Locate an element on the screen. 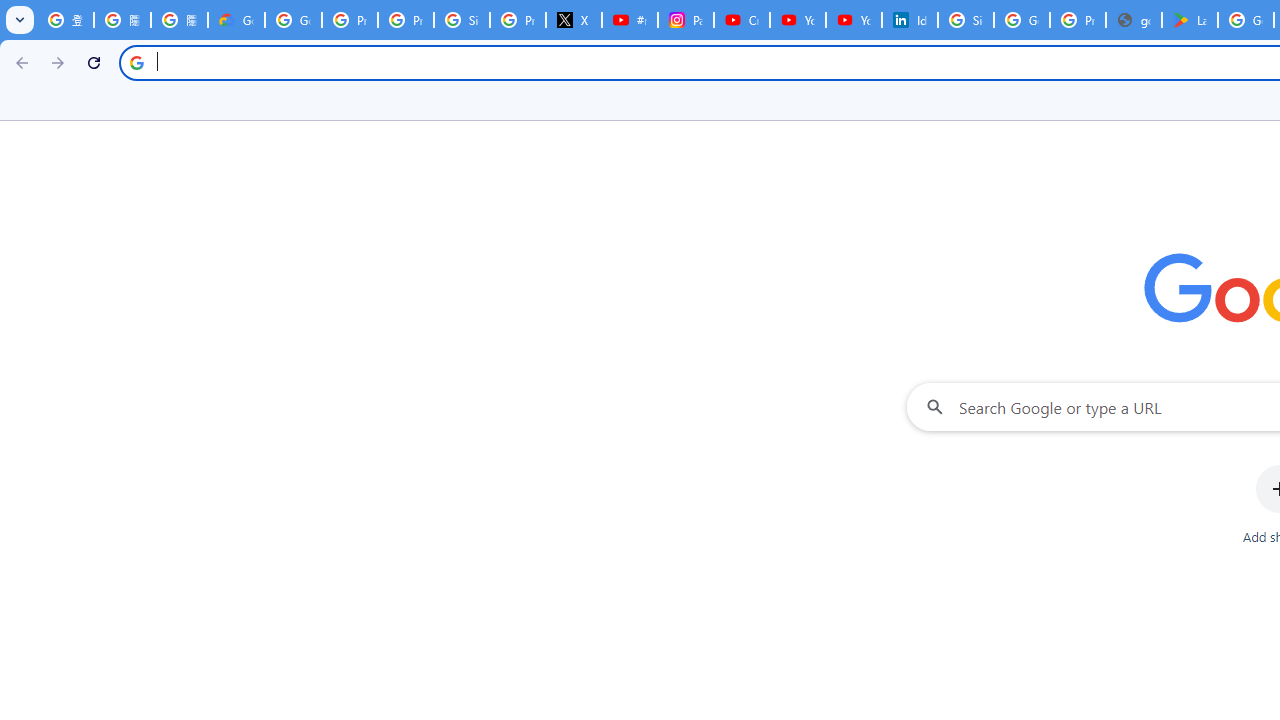  'Privacy Help Center - Policies Help' is located at coordinates (404, 20).